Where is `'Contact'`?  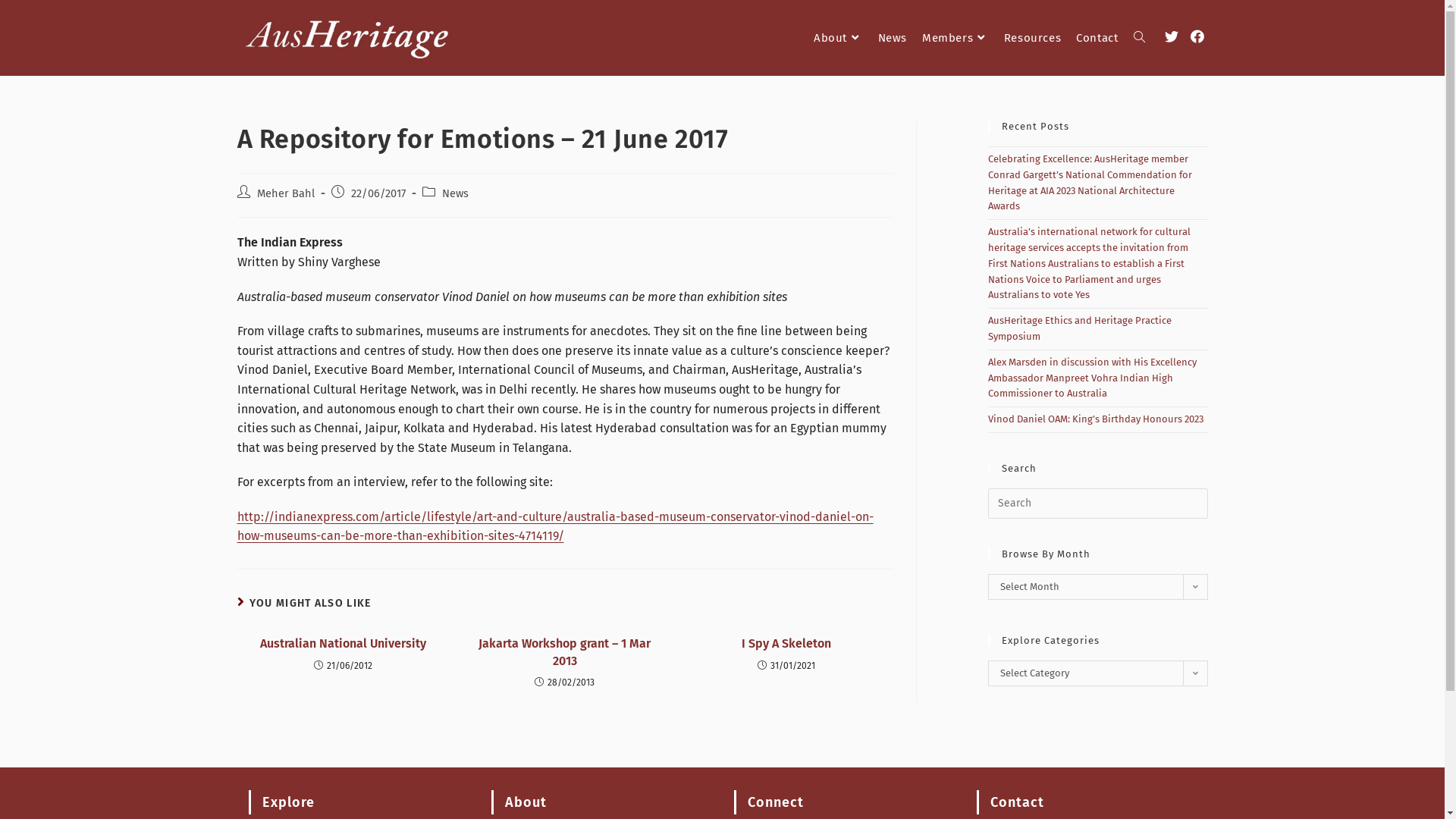 'Contact' is located at coordinates (1068, 37).